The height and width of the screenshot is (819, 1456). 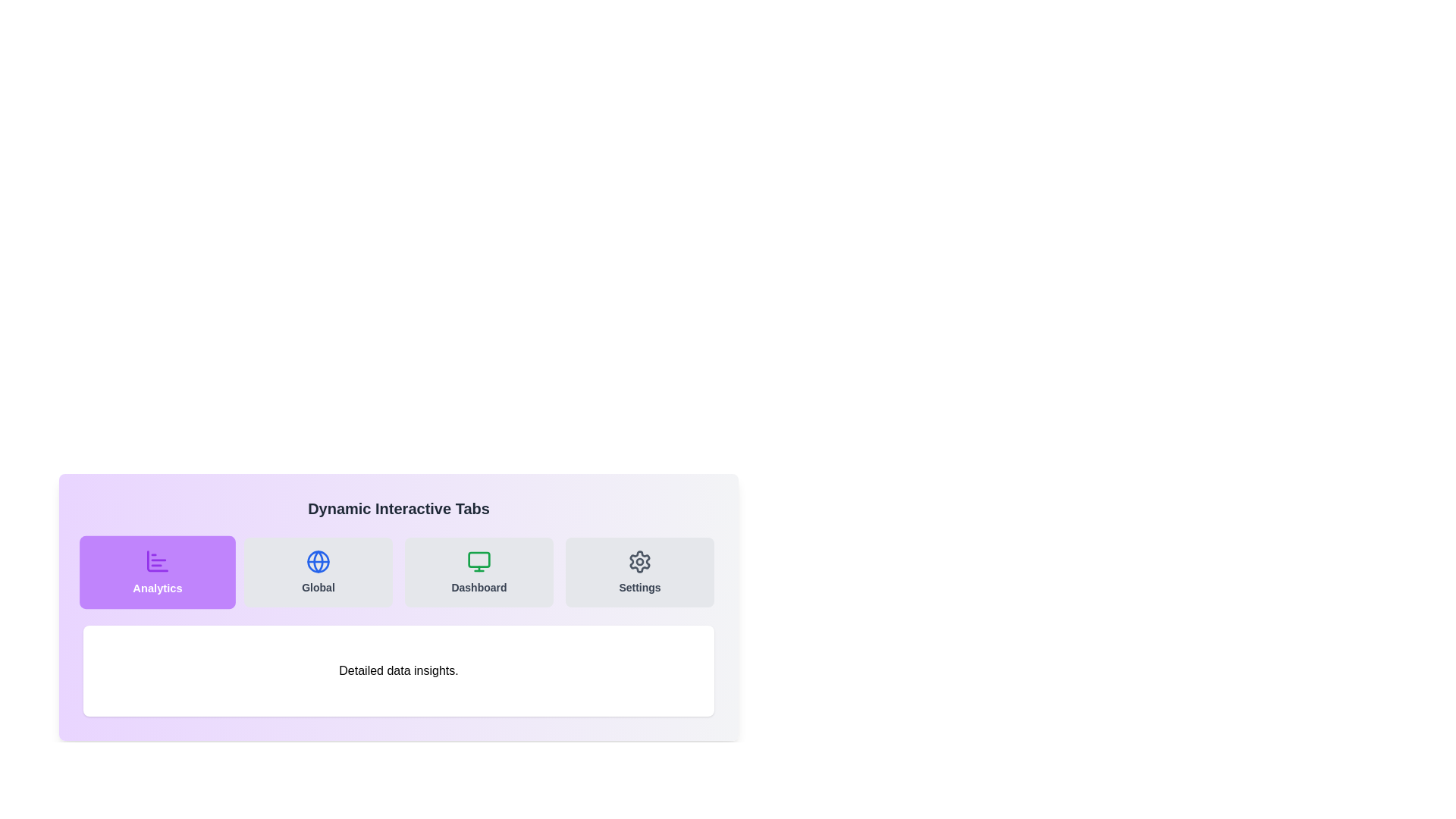 What do you see at coordinates (318, 561) in the screenshot?
I see `the 'Global' icon in the navigation interface, which is located above the 'Global' label and between the 'Analytics' and 'Dashboard' icons` at bounding box center [318, 561].